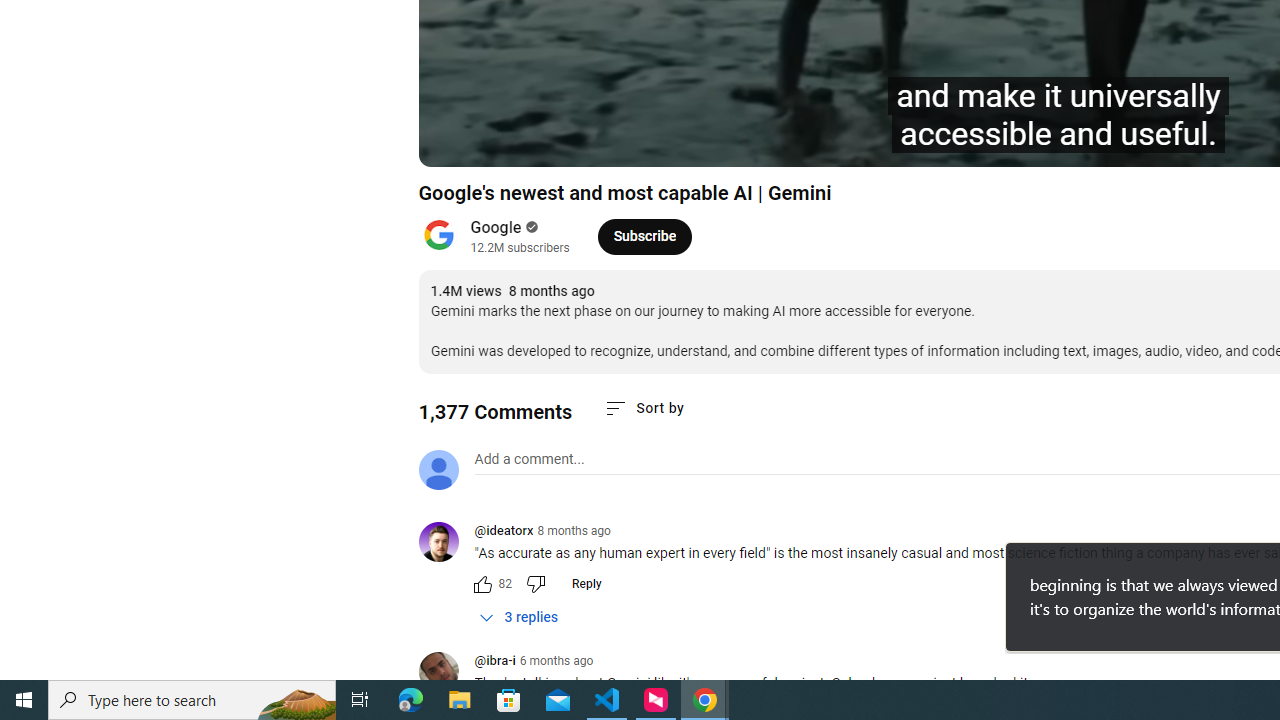 This screenshot has width=1280, height=720. Describe the element at coordinates (503, 531) in the screenshot. I see `'@ideatorx'` at that location.